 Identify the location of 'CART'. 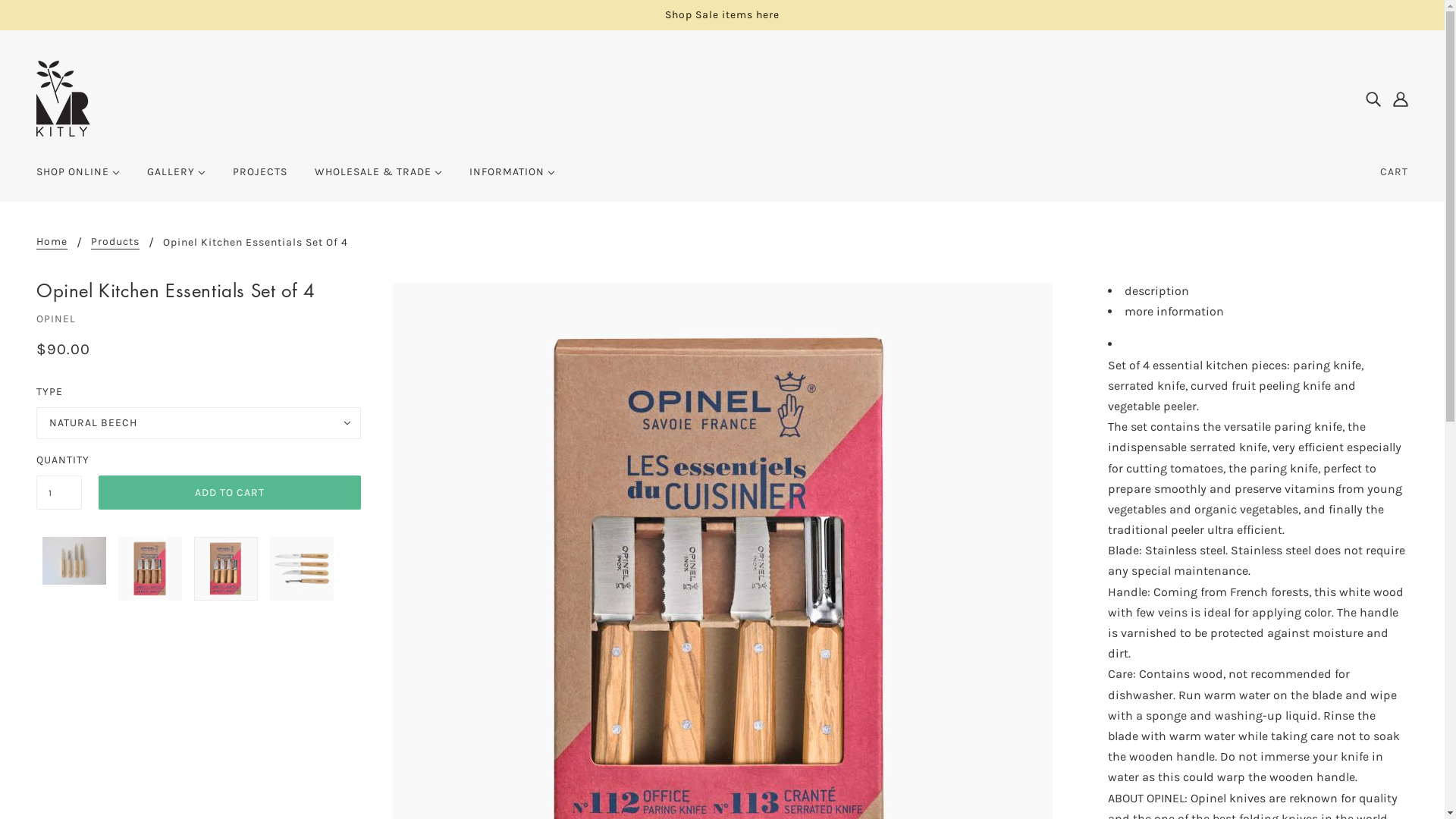
(1368, 171).